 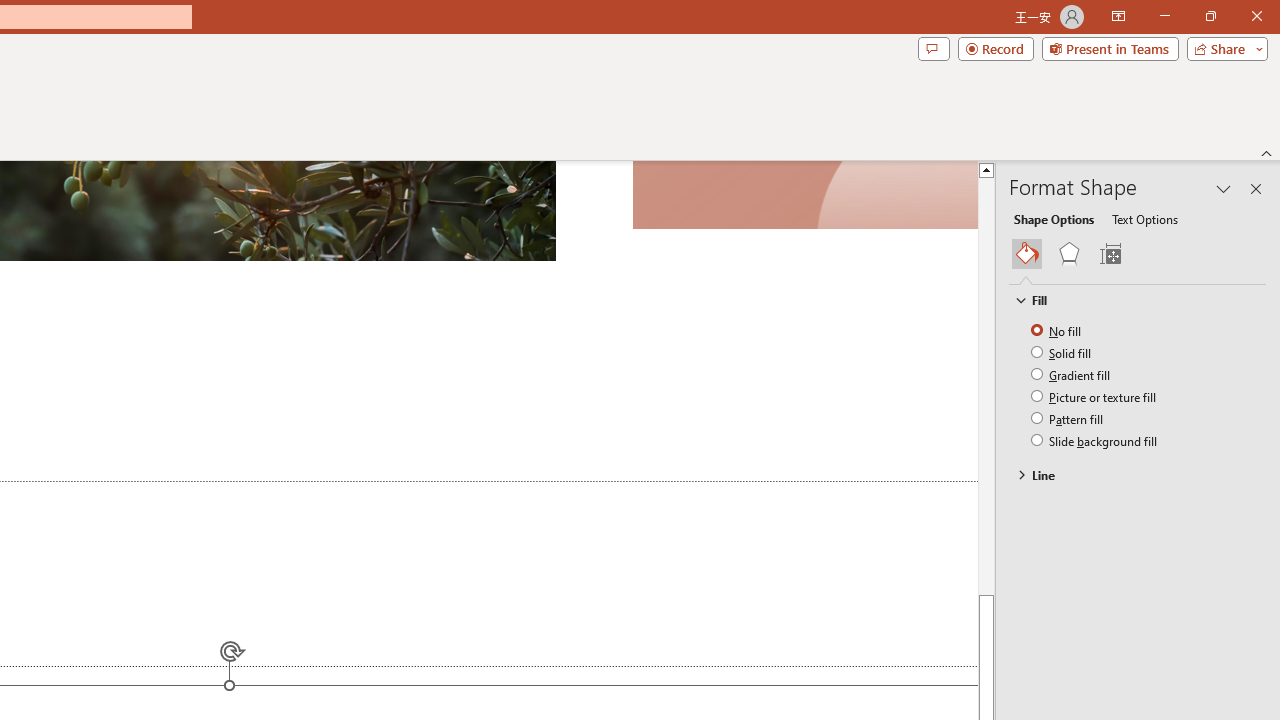 I want to click on 'Fill & Line', so click(x=1027, y=253).